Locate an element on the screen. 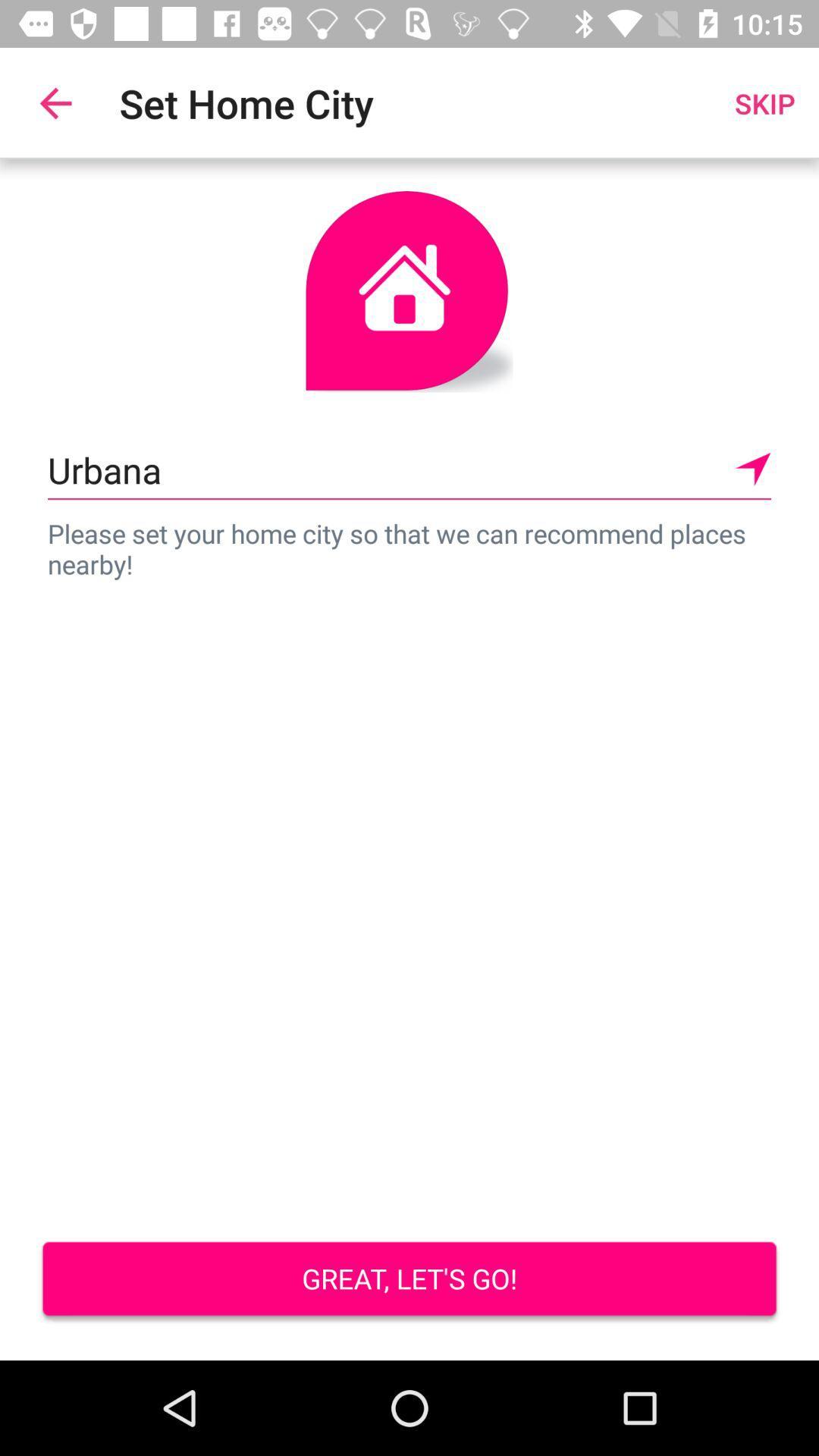 The height and width of the screenshot is (1456, 819). icon above please set your is located at coordinates (409, 469).